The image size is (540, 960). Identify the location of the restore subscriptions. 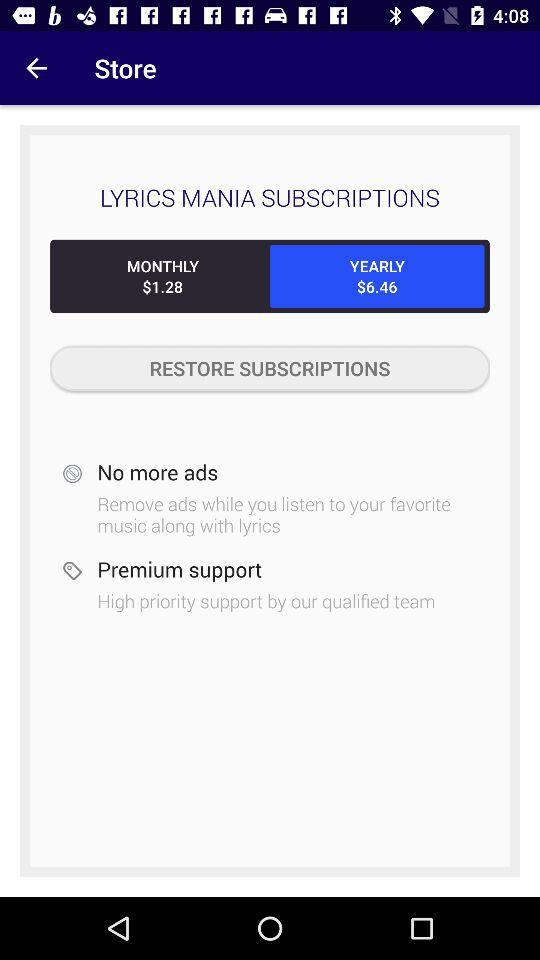
(270, 367).